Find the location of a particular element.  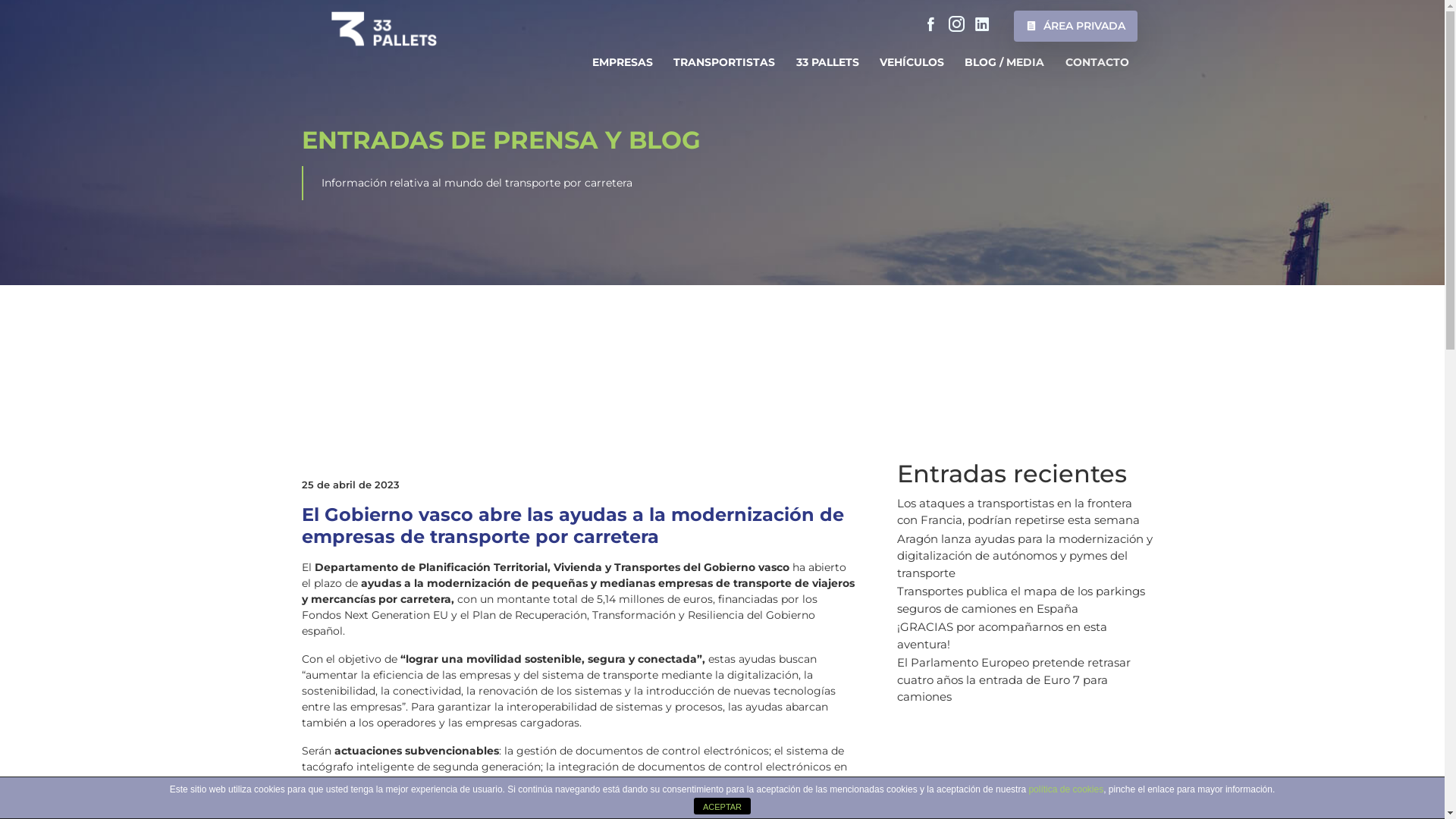

'EMPRESAS' is located at coordinates (622, 62).